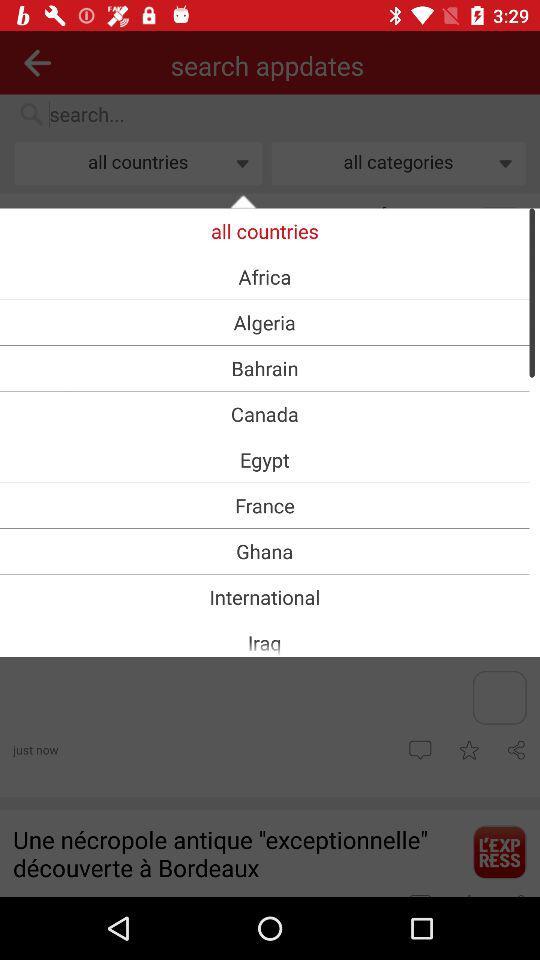  What do you see at coordinates (264, 641) in the screenshot?
I see `iraq icon` at bounding box center [264, 641].